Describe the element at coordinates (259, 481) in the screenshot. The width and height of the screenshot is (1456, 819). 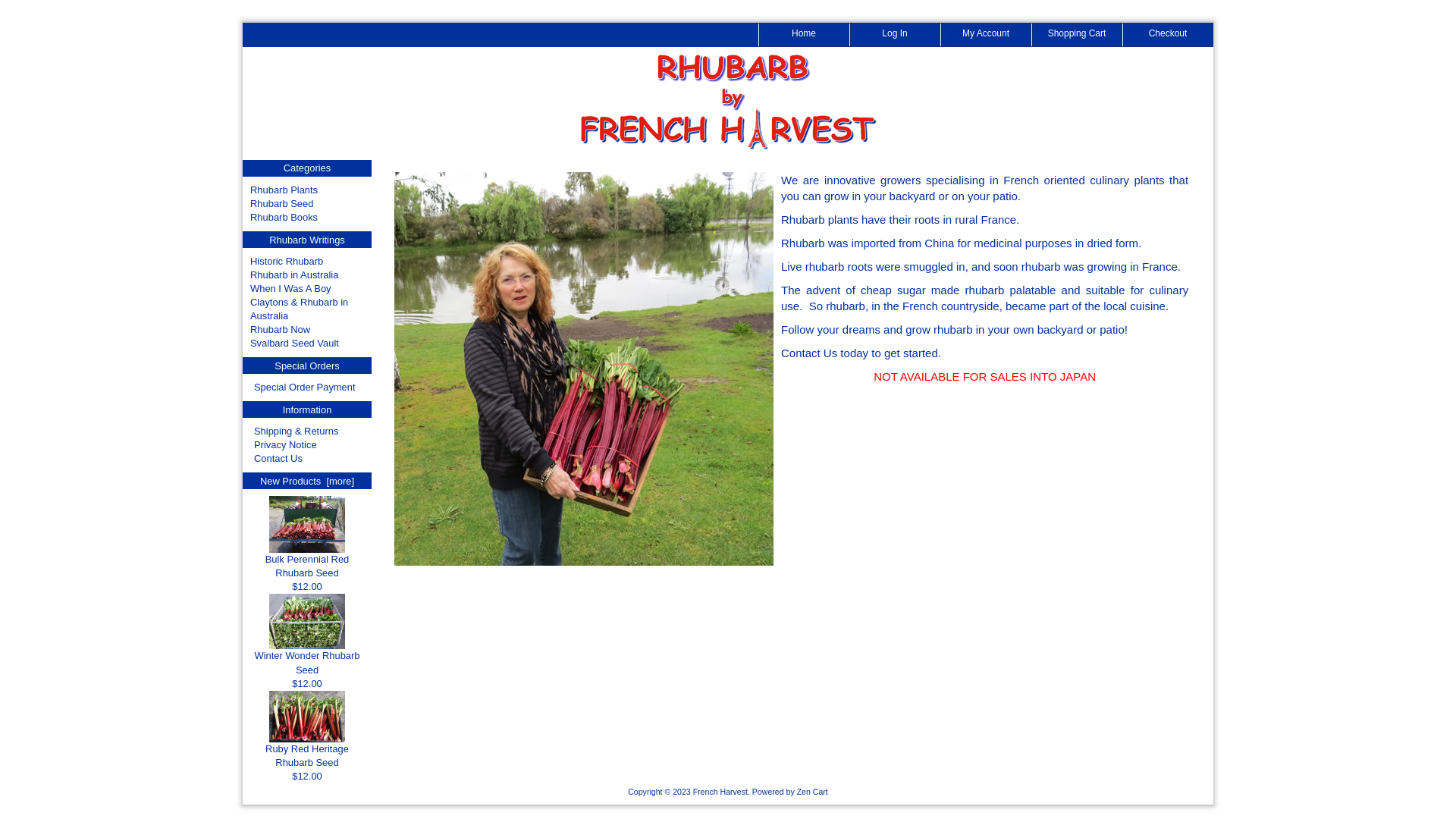
I see `'New Products  [more]'` at that location.